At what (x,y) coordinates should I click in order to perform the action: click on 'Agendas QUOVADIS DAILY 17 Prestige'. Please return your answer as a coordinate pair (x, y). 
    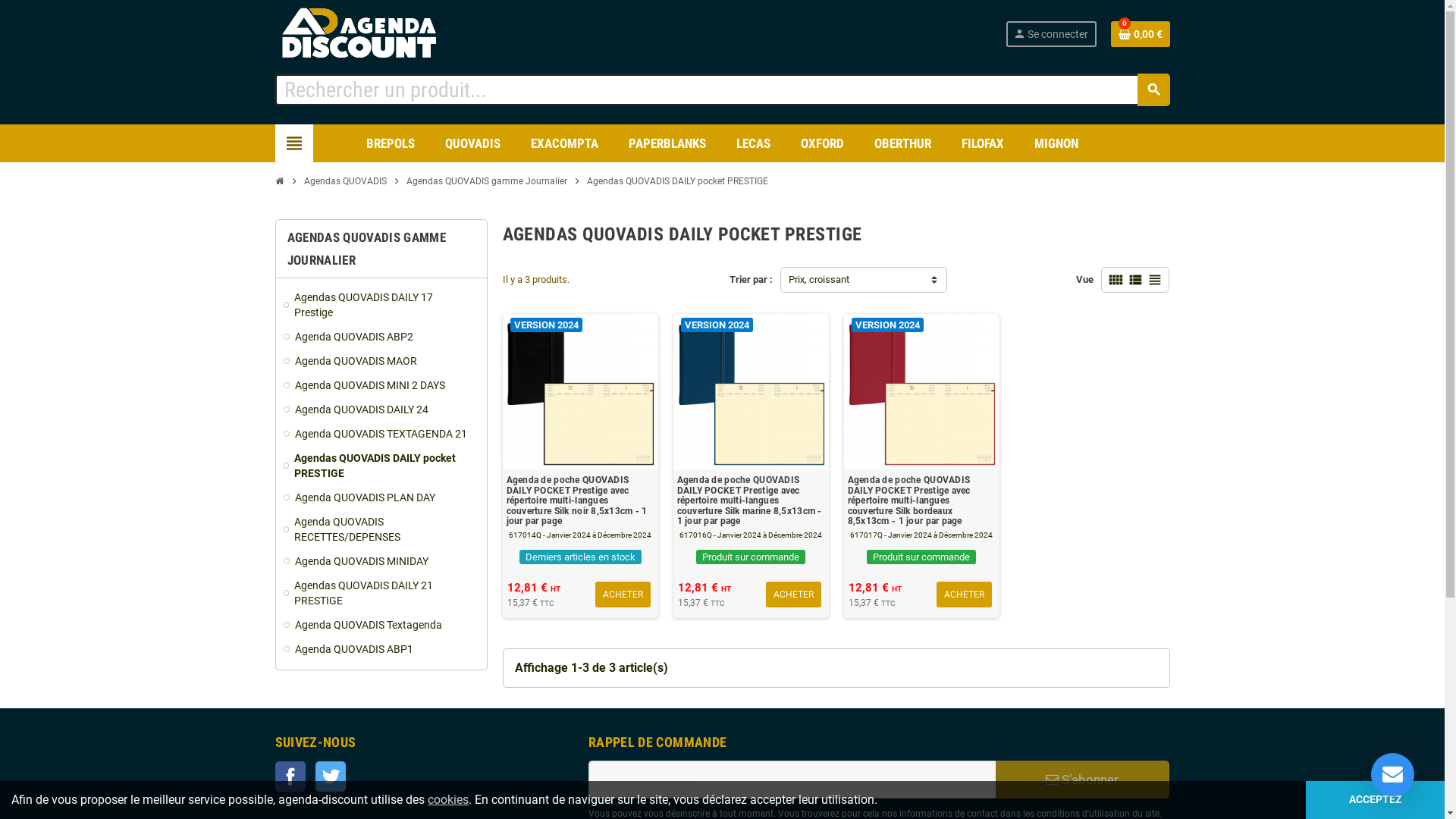
    Looking at the image, I should click on (381, 304).